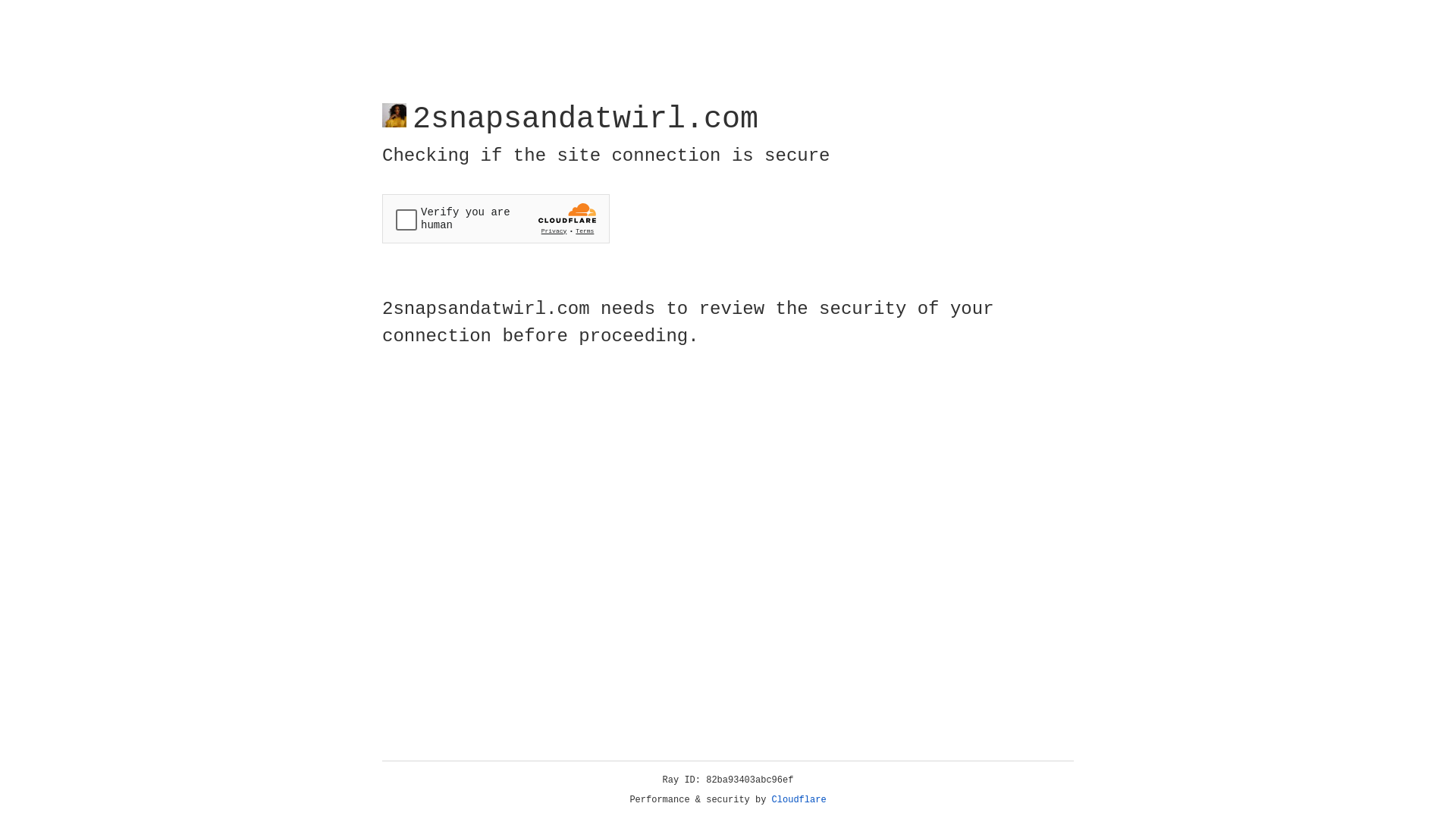 The width and height of the screenshot is (1456, 819). What do you see at coordinates (495, 218) in the screenshot?
I see `'Widget containing a Cloudflare security challenge'` at bounding box center [495, 218].